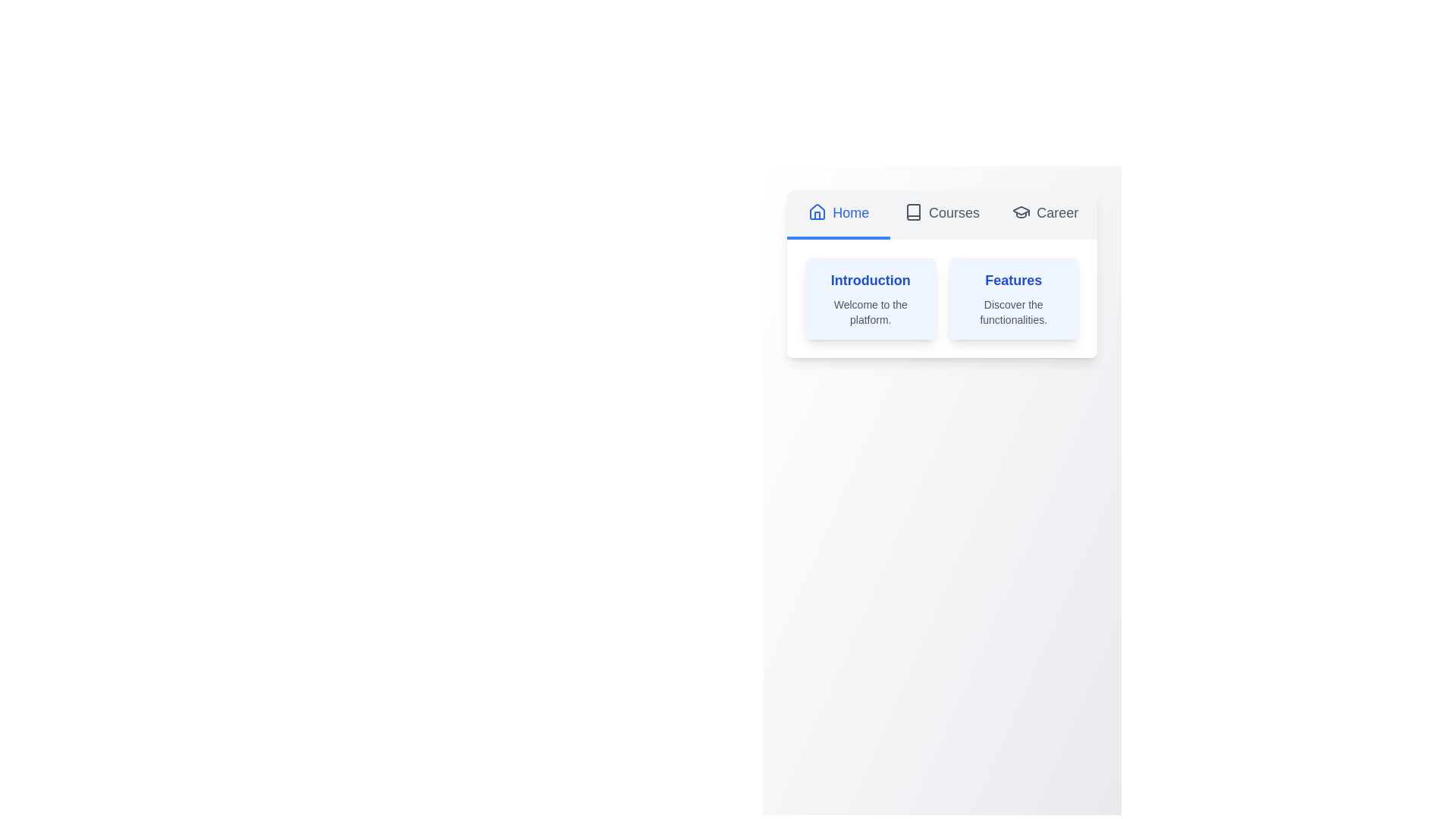 The image size is (1456, 819). I want to click on the Informational card that highlights the 'Features' of the platform, located in the top right area of the layout, to the right of the 'Introduction' card, so click(1013, 299).